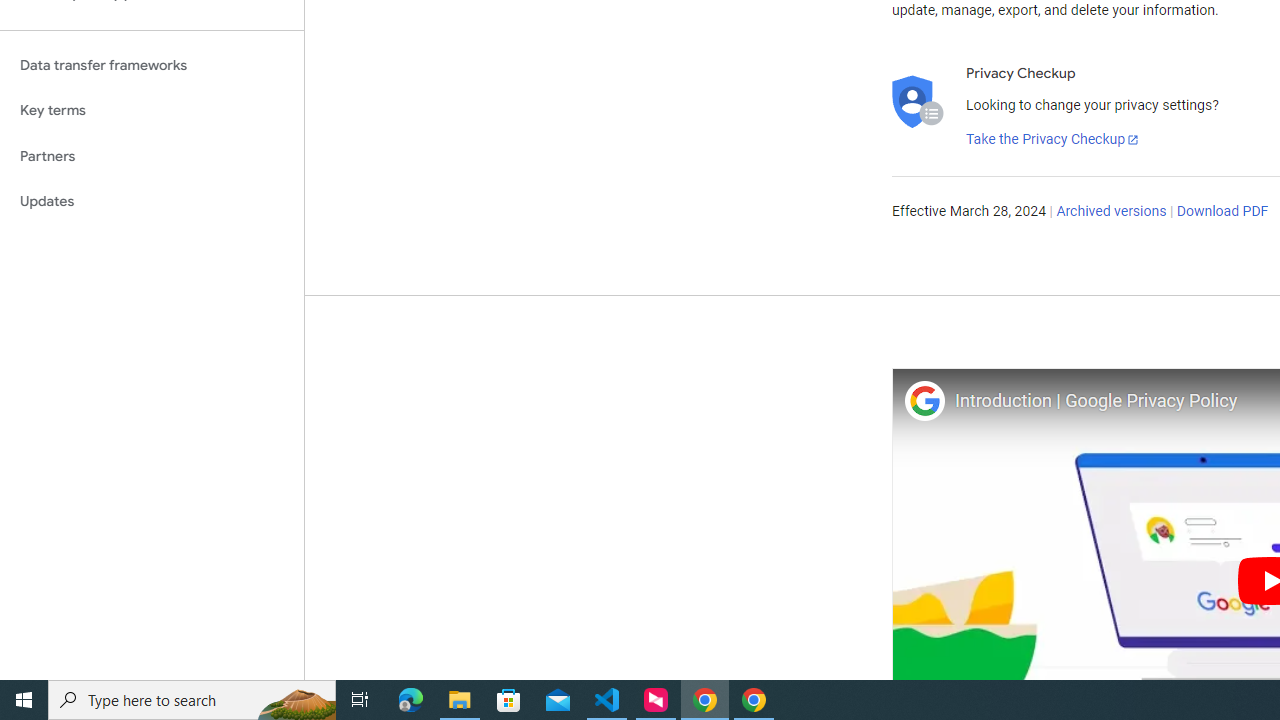 This screenshot has height=720, width=1280. What do you see at coordinates (923, 400) in the screenshot?
I see `'Photo image of Google'` at bounding box center [923, 400].